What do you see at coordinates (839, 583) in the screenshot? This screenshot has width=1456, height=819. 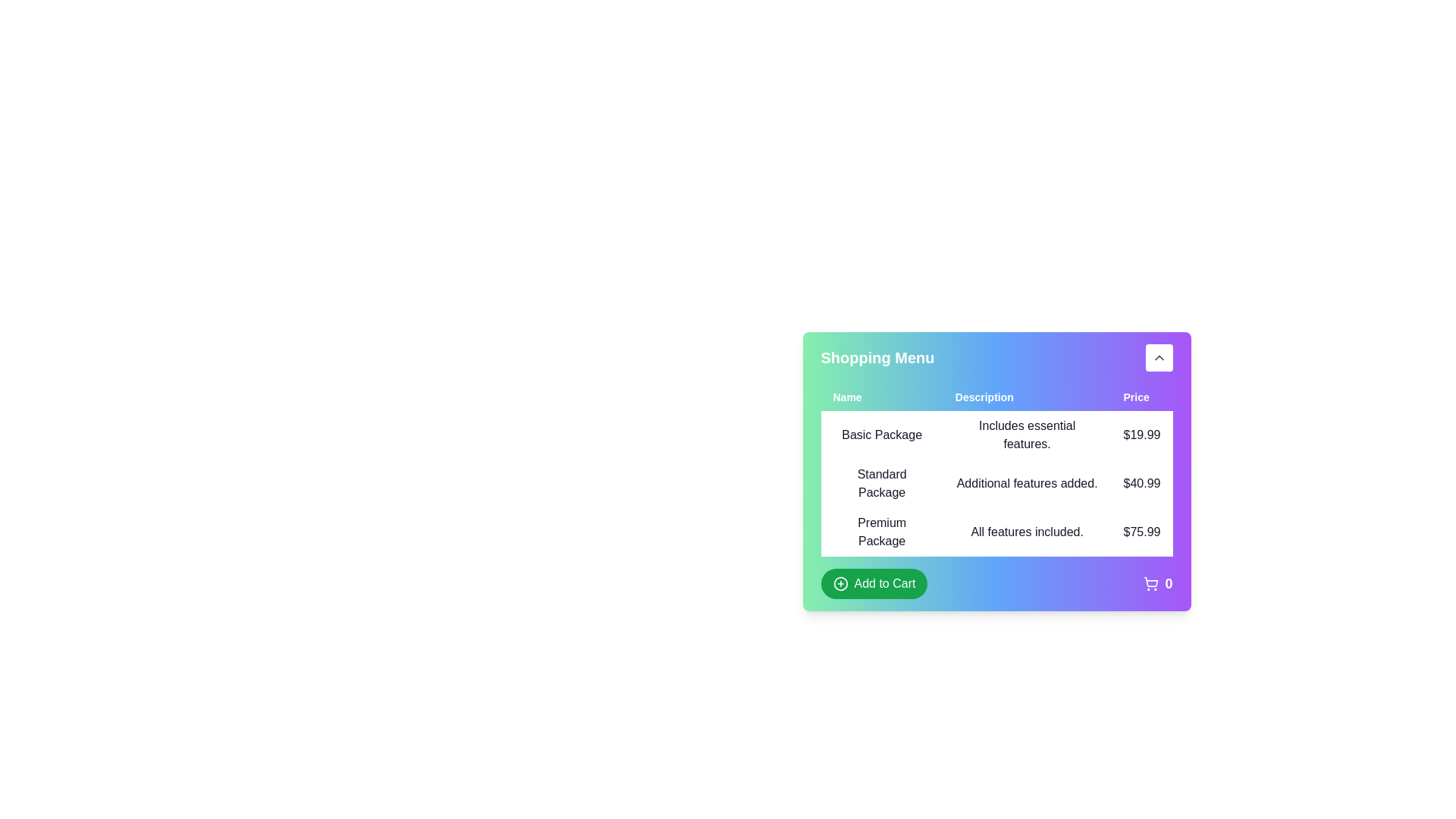 I see `the graphical circle element that is part of the 'Add to Cart' button, which enhances the button's recognizability and appeal` at bounding box center [839, 583].